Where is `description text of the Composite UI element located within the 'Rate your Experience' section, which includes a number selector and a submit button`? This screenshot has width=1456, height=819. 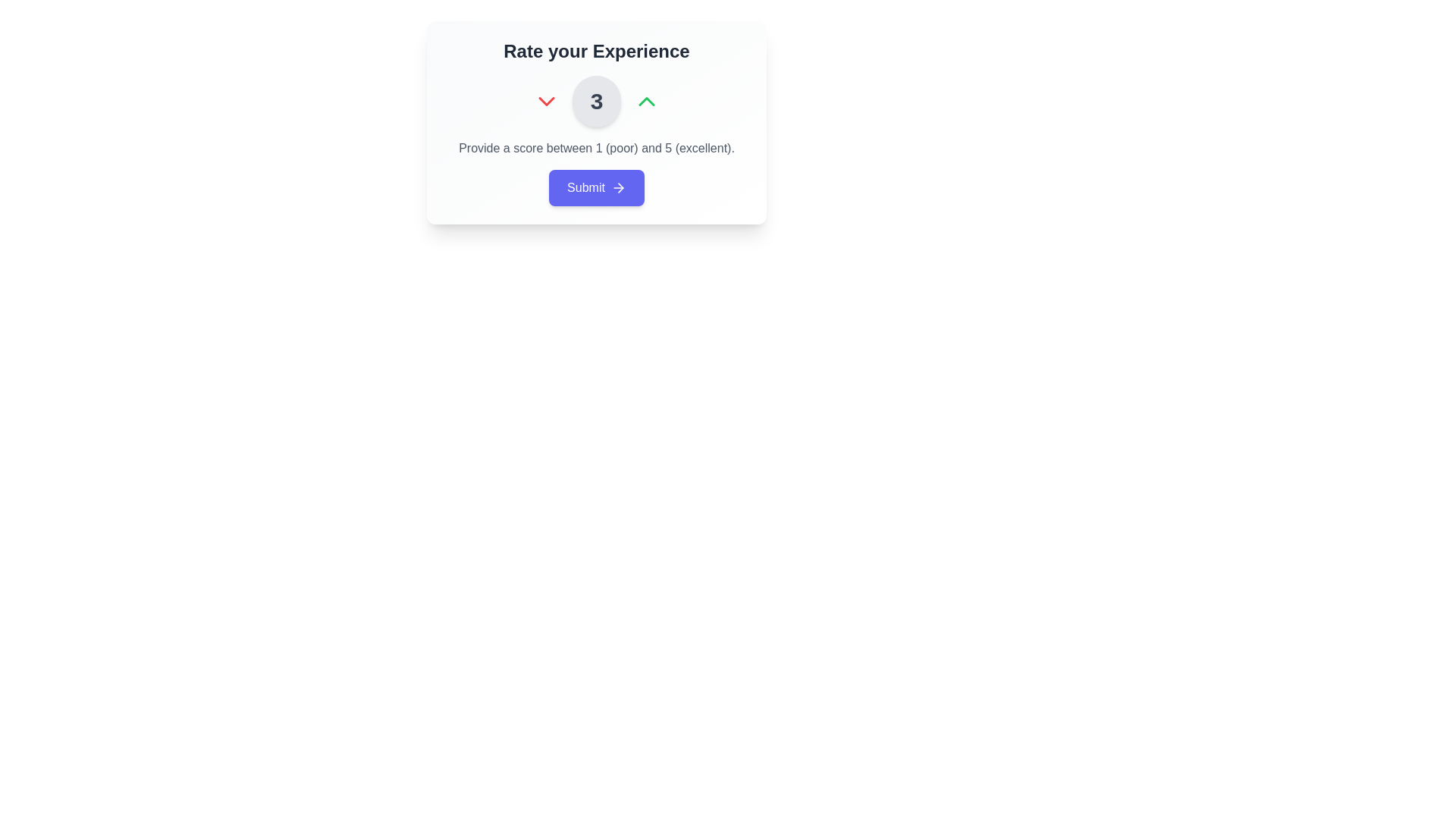
description text of the Composite UI element located within the 'Rate your Experience' section, which includes a number selector and a submit button is located at coordinates (596, 140).